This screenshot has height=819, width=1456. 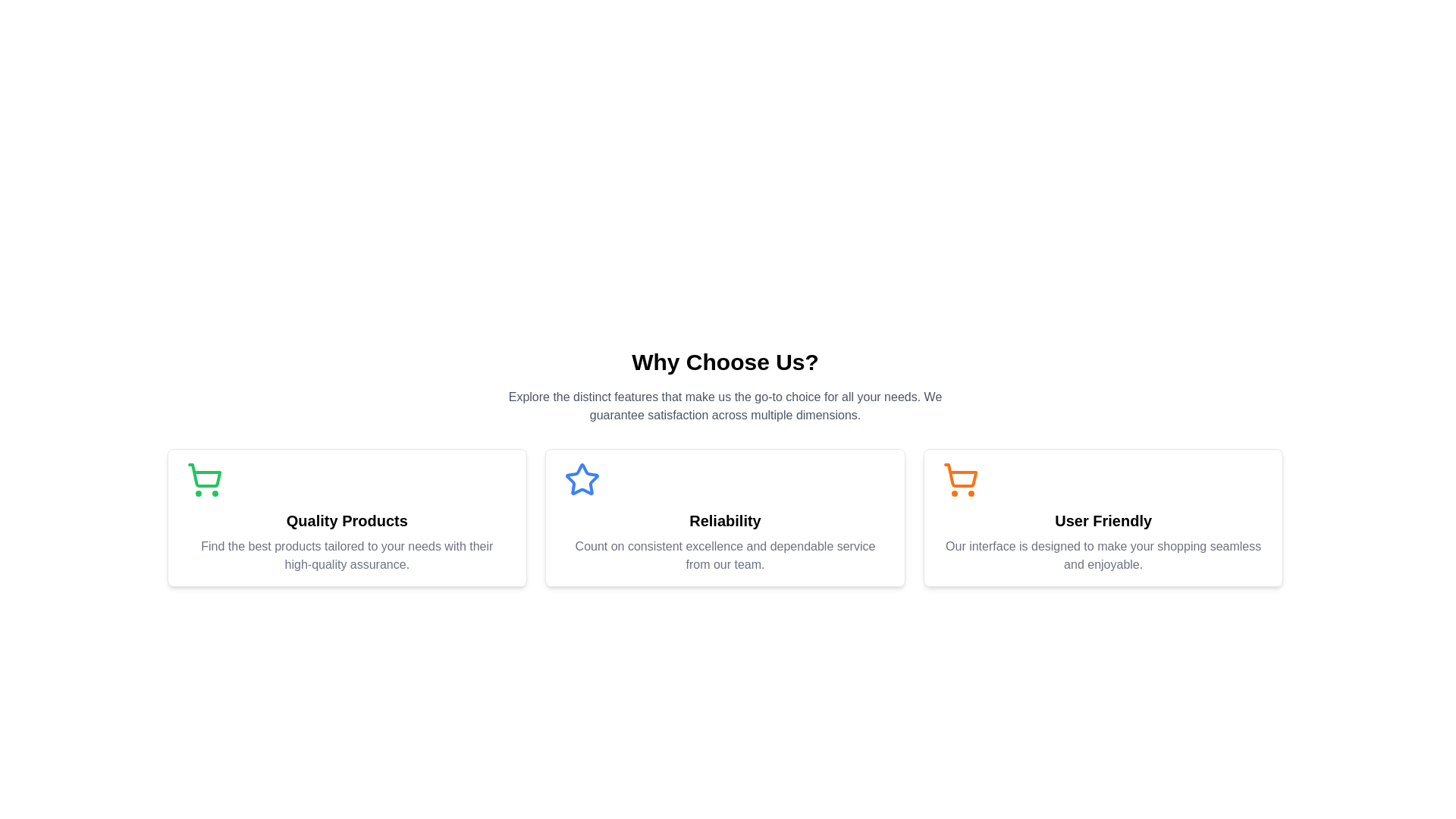 I want to click on the shopping cart icon located in the rightmost column marked 'User Friendly', so click(x=959, y=479).